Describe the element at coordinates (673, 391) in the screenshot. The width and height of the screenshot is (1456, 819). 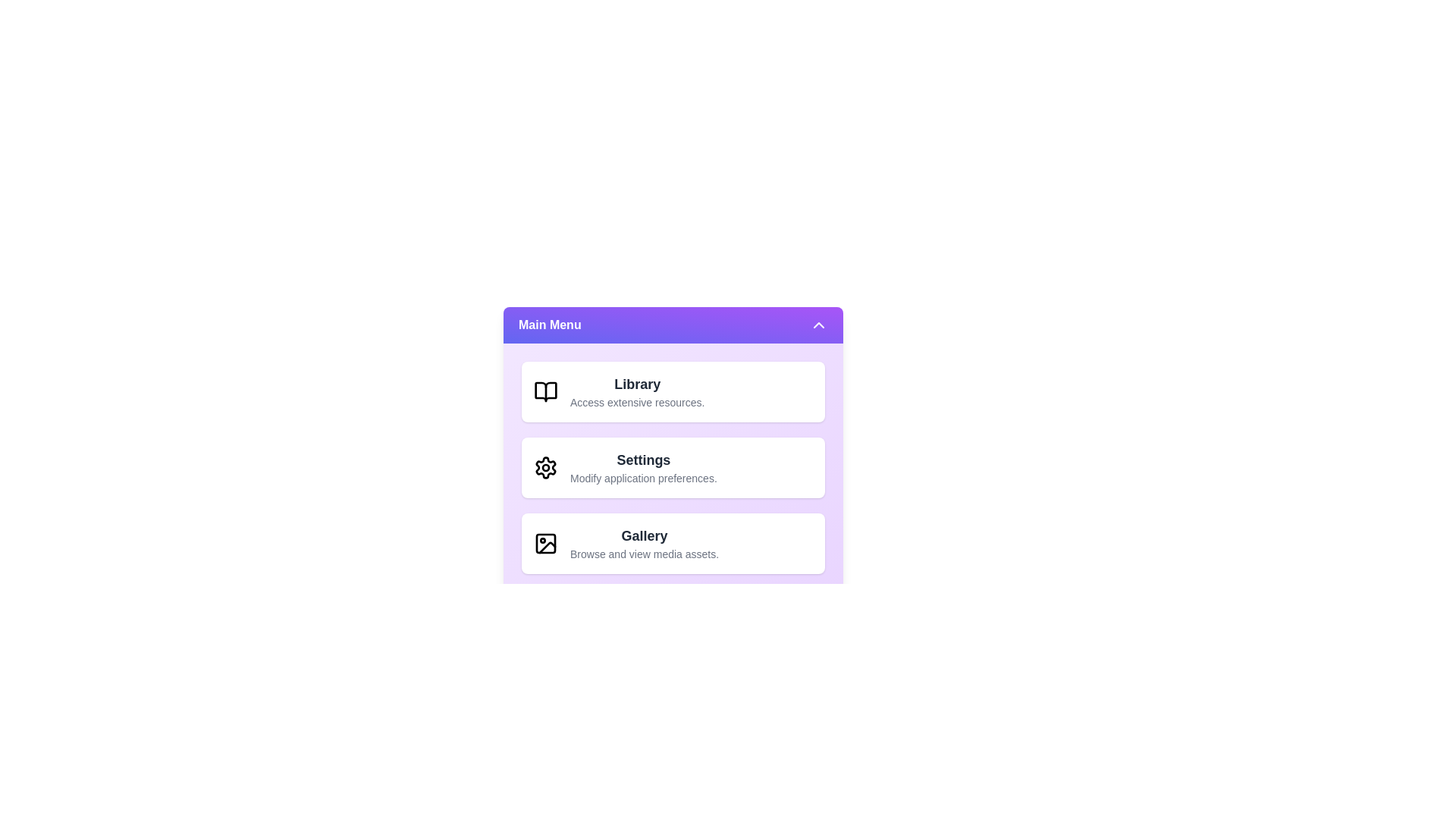
I see `the menu item corresponding to Library` at that location.